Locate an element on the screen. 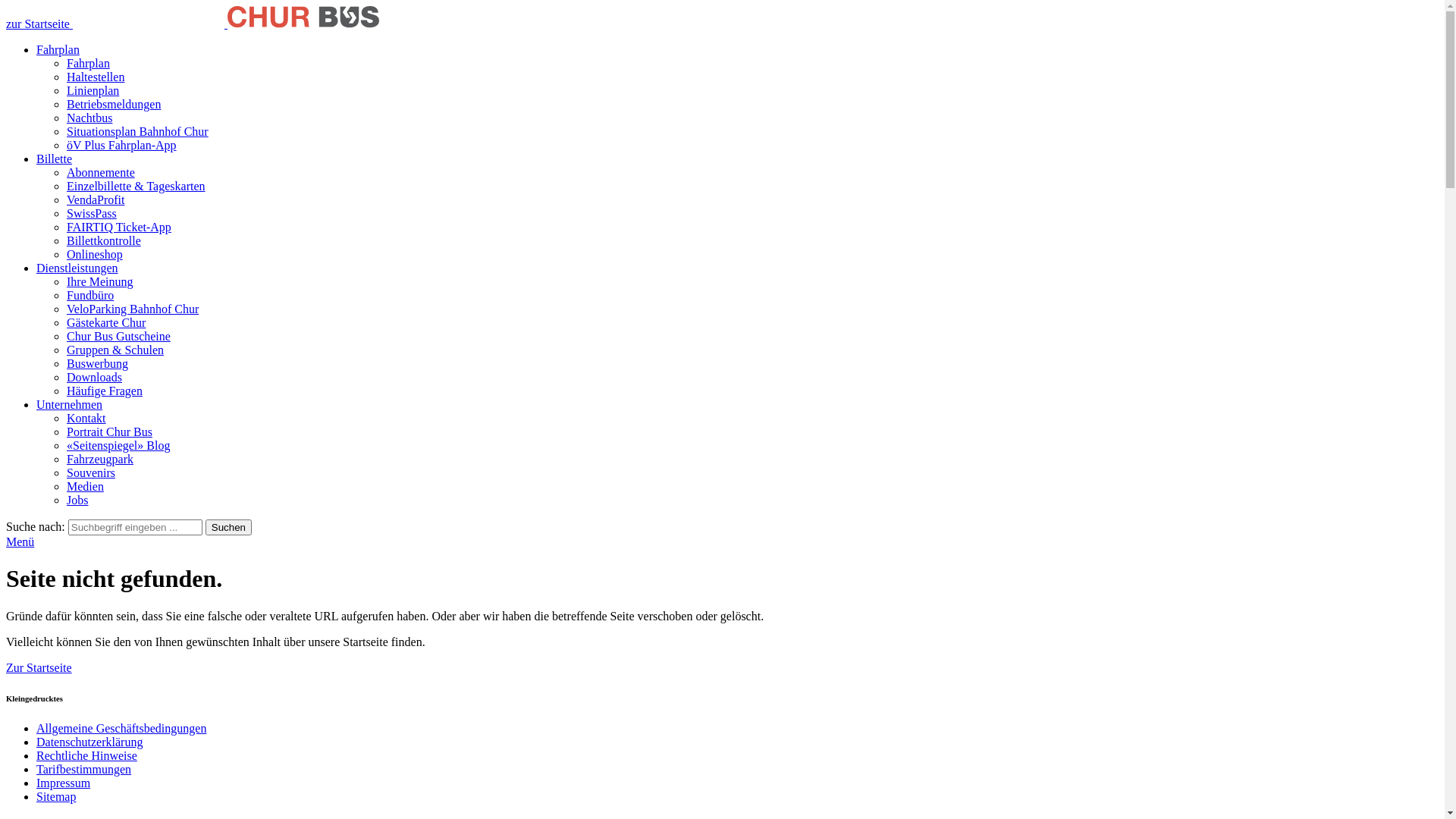 The height and width of the screenshot is (819, 1456). 'Unternehmen' is located at coordinates (68, 403).